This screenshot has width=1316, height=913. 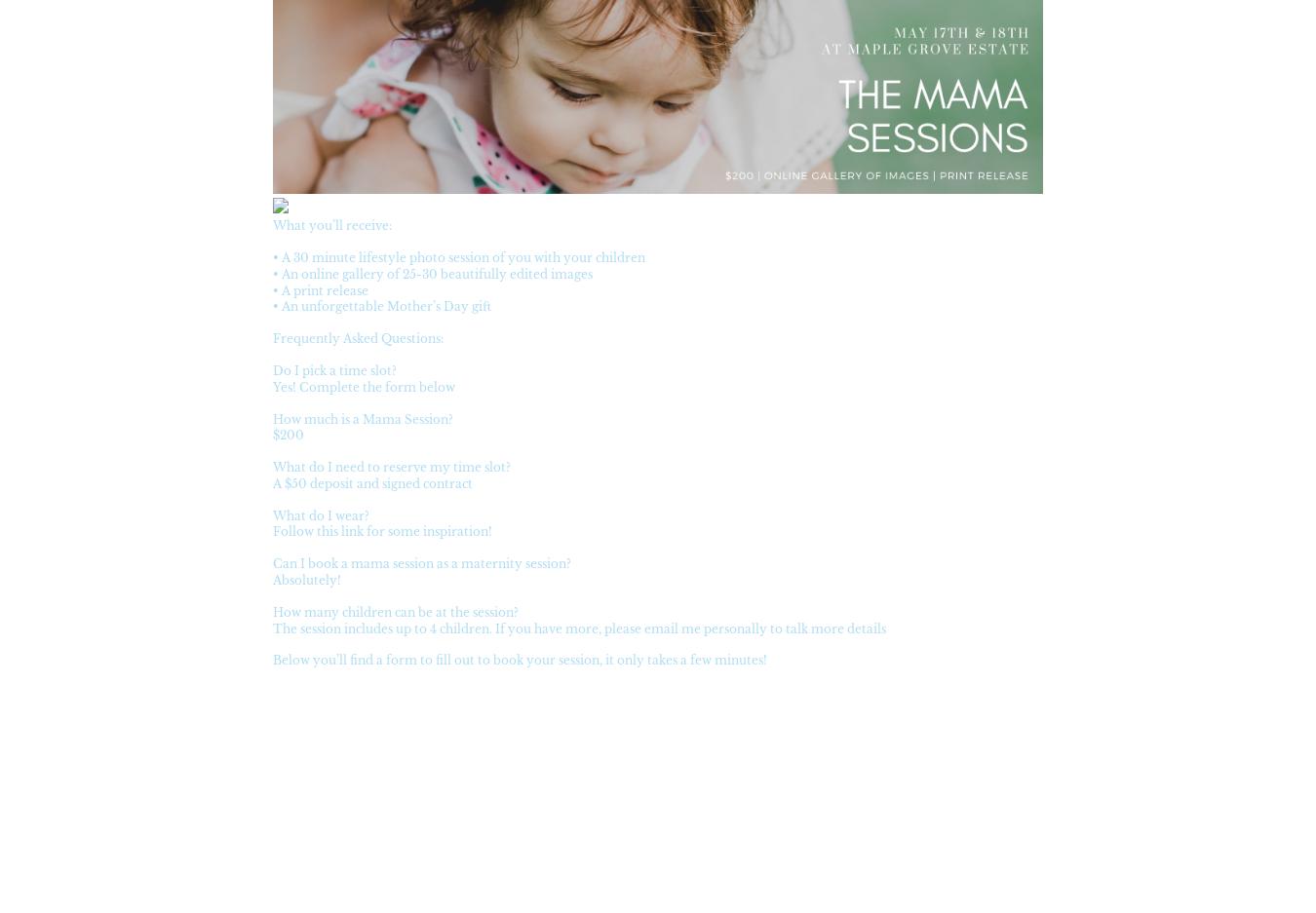 What do you see at coordinates (433, 273) in the screenshot?
I see `'• An online gallery of 25-30 beautifully edited images'` at bounding box center [433, 273].